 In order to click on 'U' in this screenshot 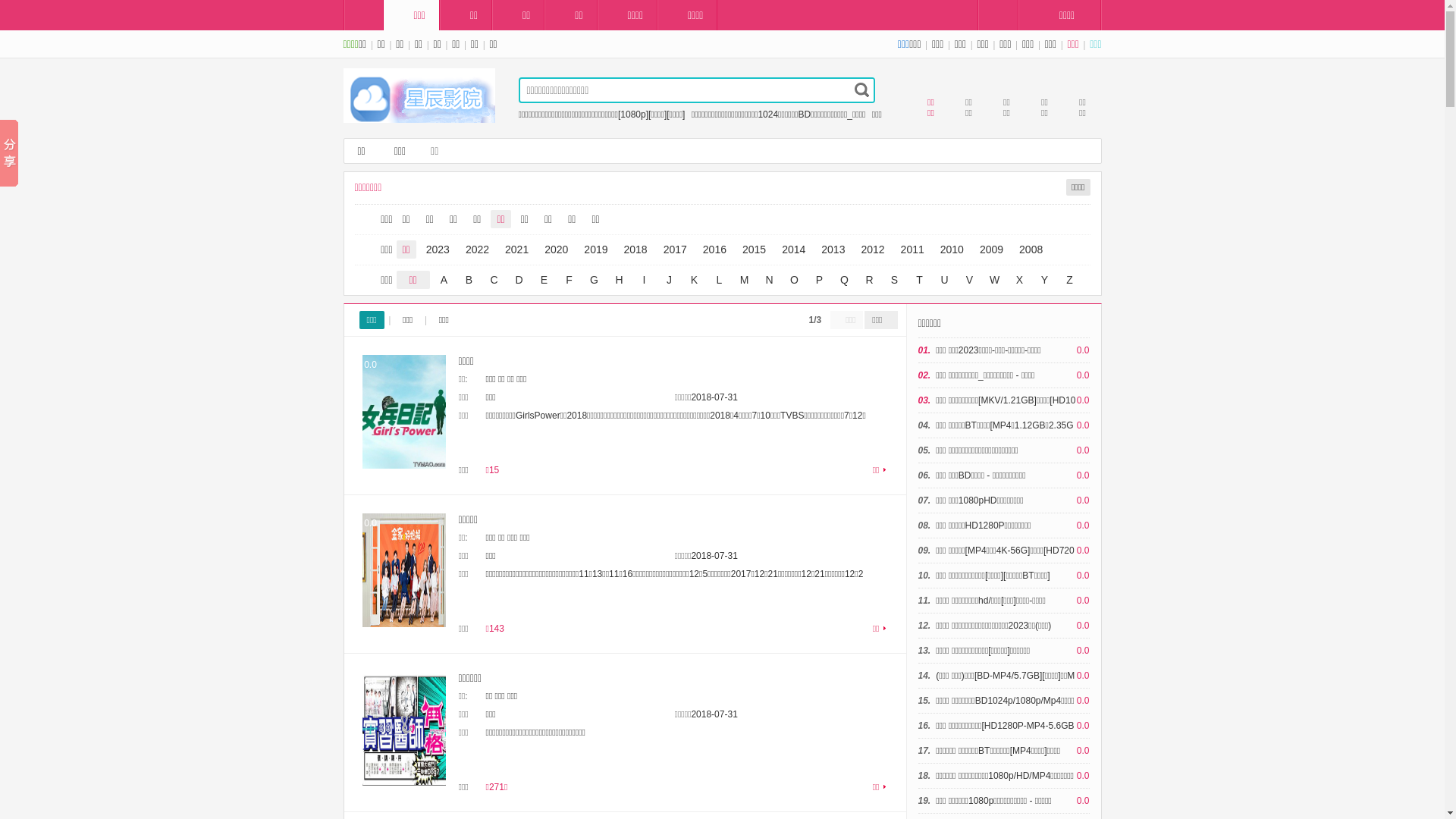, I will do `click(944, 280)`.